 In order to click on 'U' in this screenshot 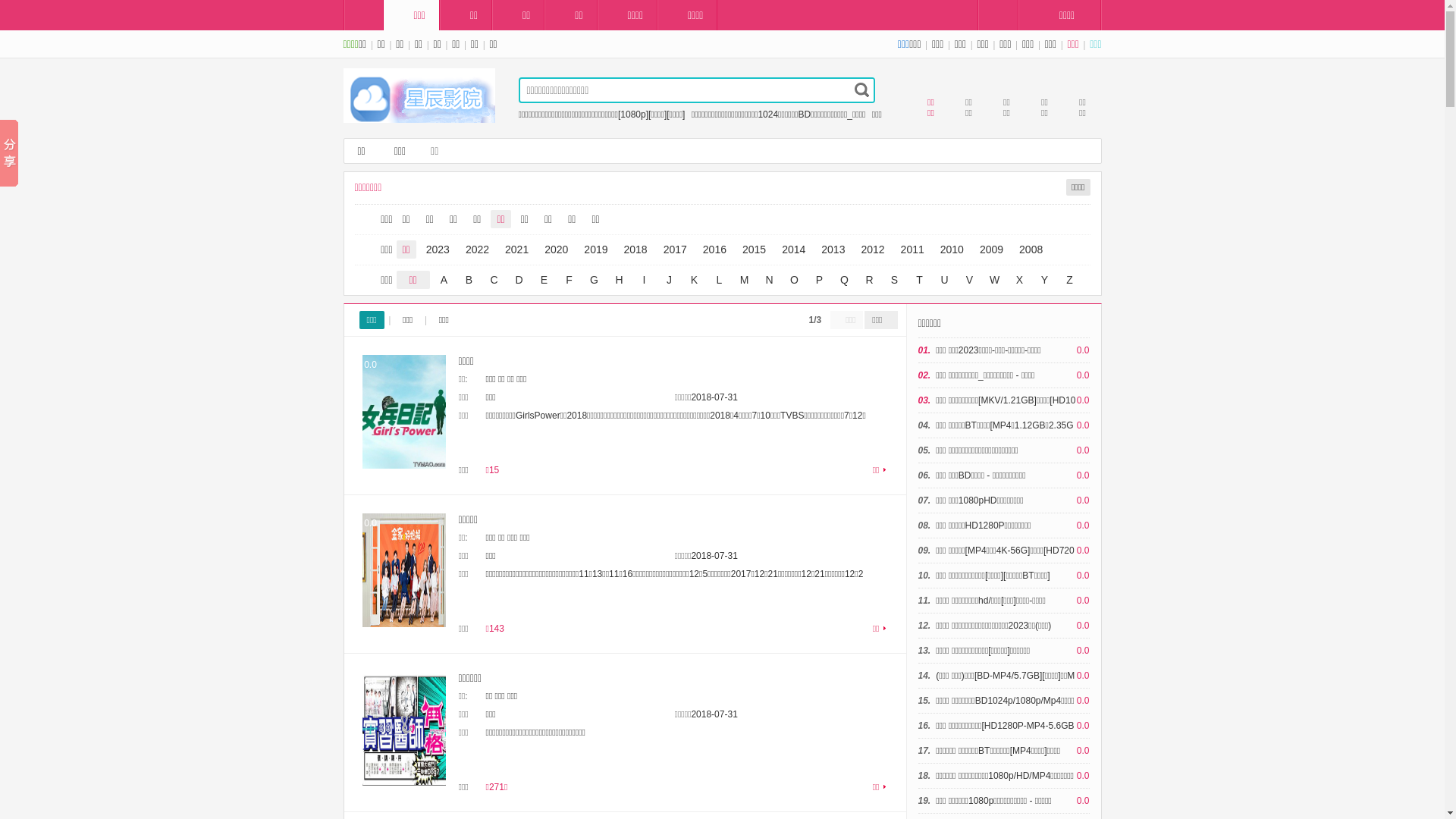, I will do `click(944, 280)`.